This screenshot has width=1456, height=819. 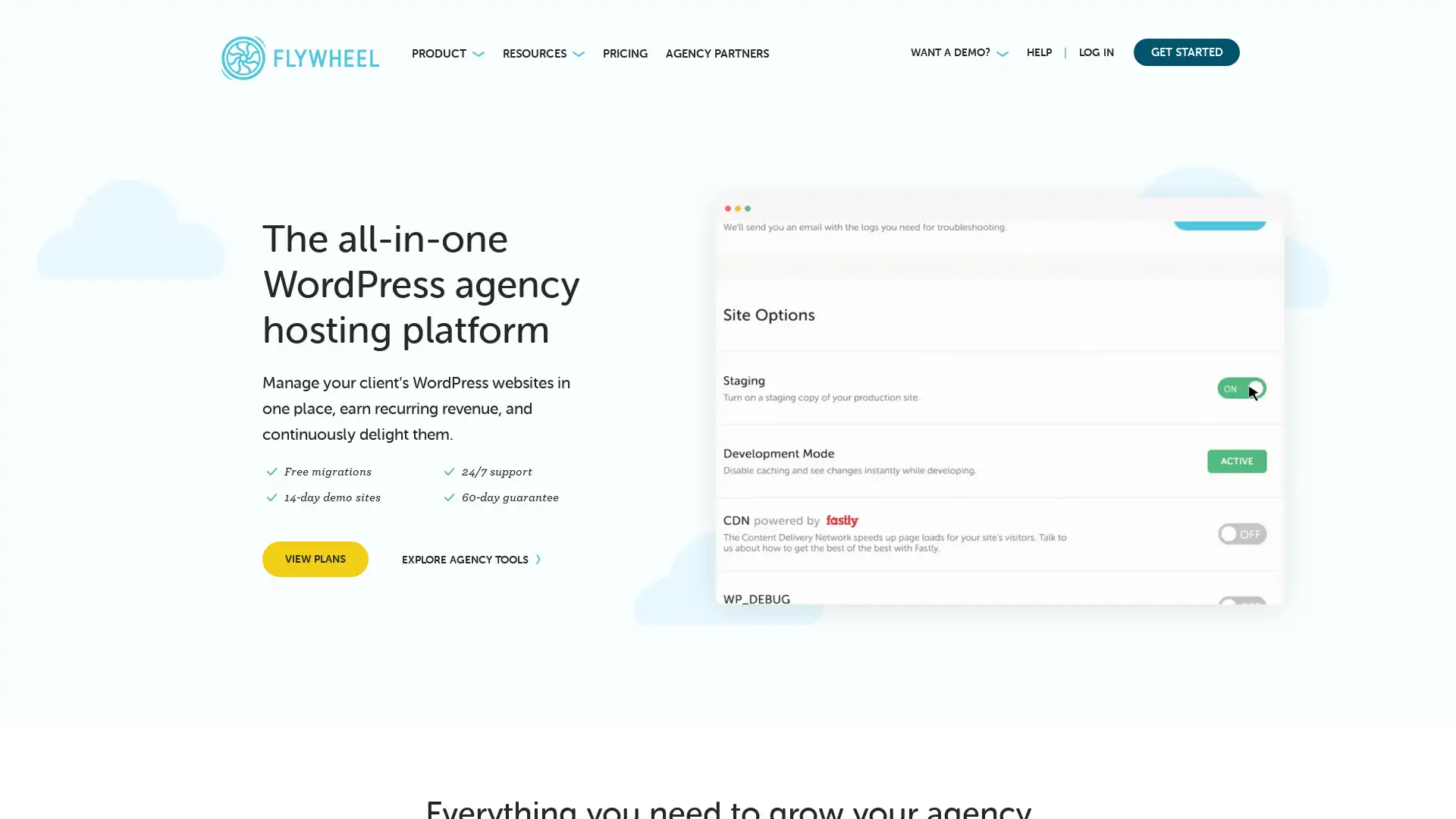 I want to click on JOIN NOW, so click(x=1021, y=23).